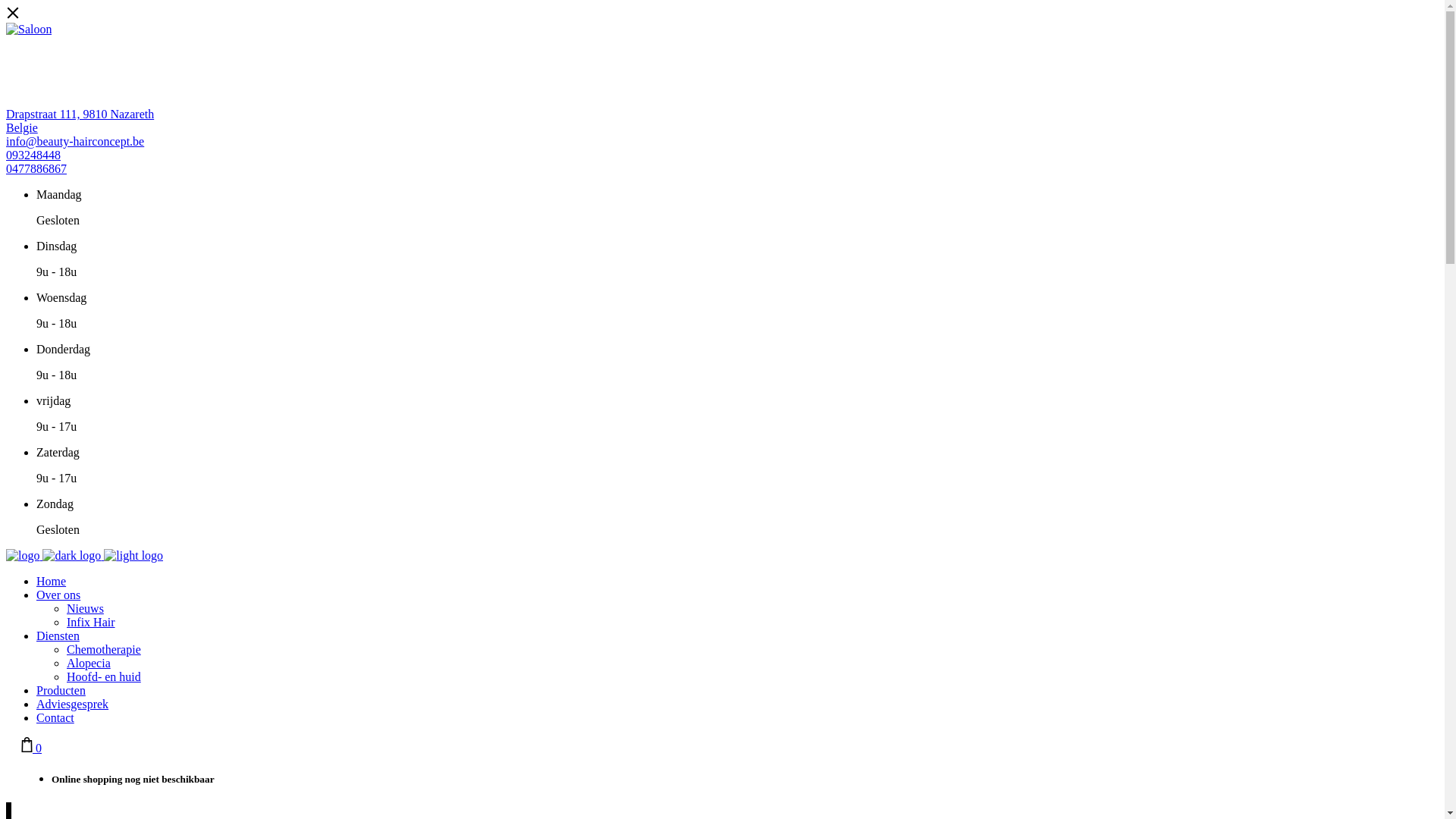  Describe the element at coordinates (90, 622) in the screenshot. I see `'Infix Hair'` at that location.